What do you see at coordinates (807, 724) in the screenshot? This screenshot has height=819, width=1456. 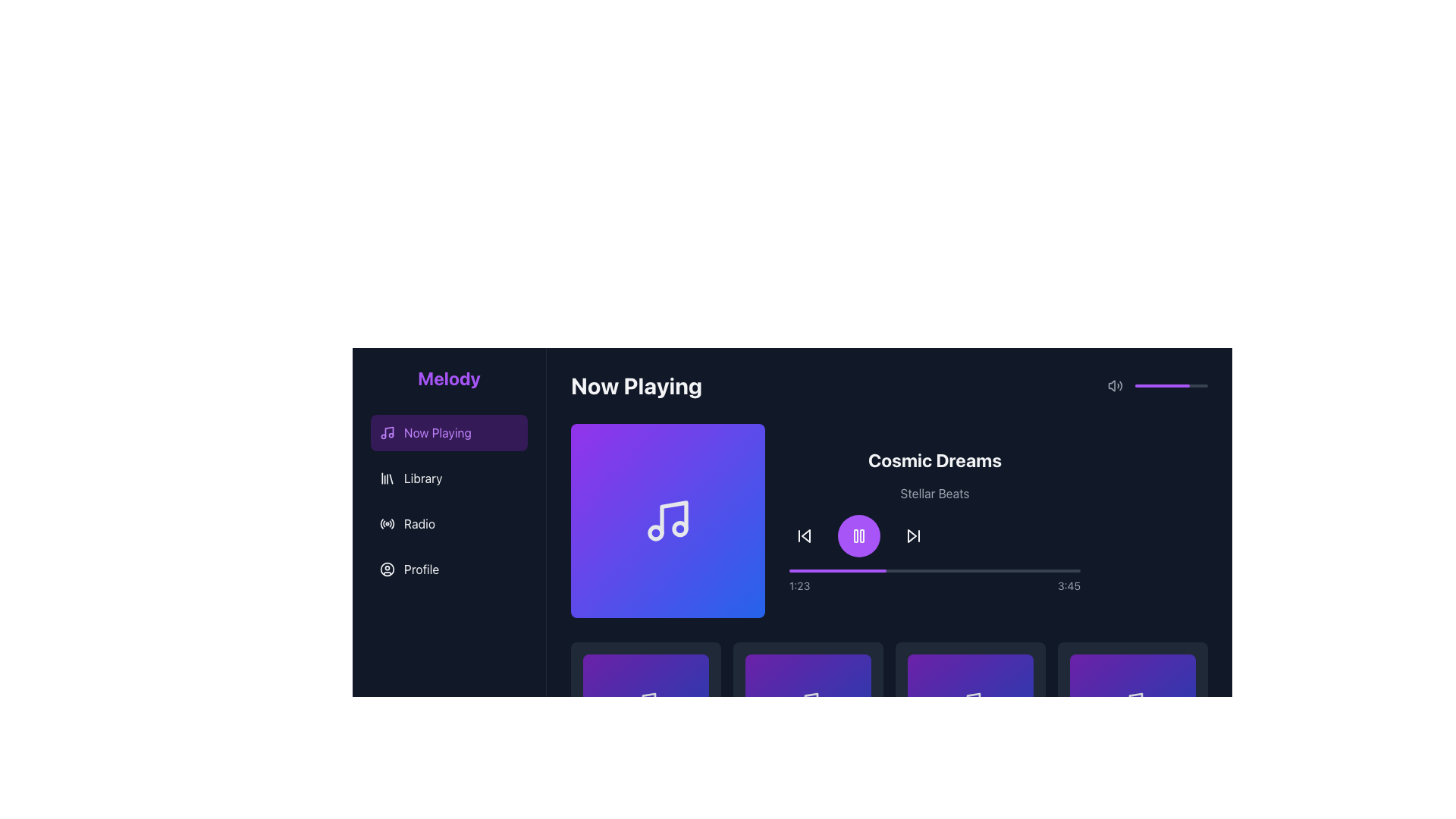 I see `the square card with a gradient background containing a musical note icon and text caption 'Track 2' and 'Artist 2'` at bounding box center [807, 724].